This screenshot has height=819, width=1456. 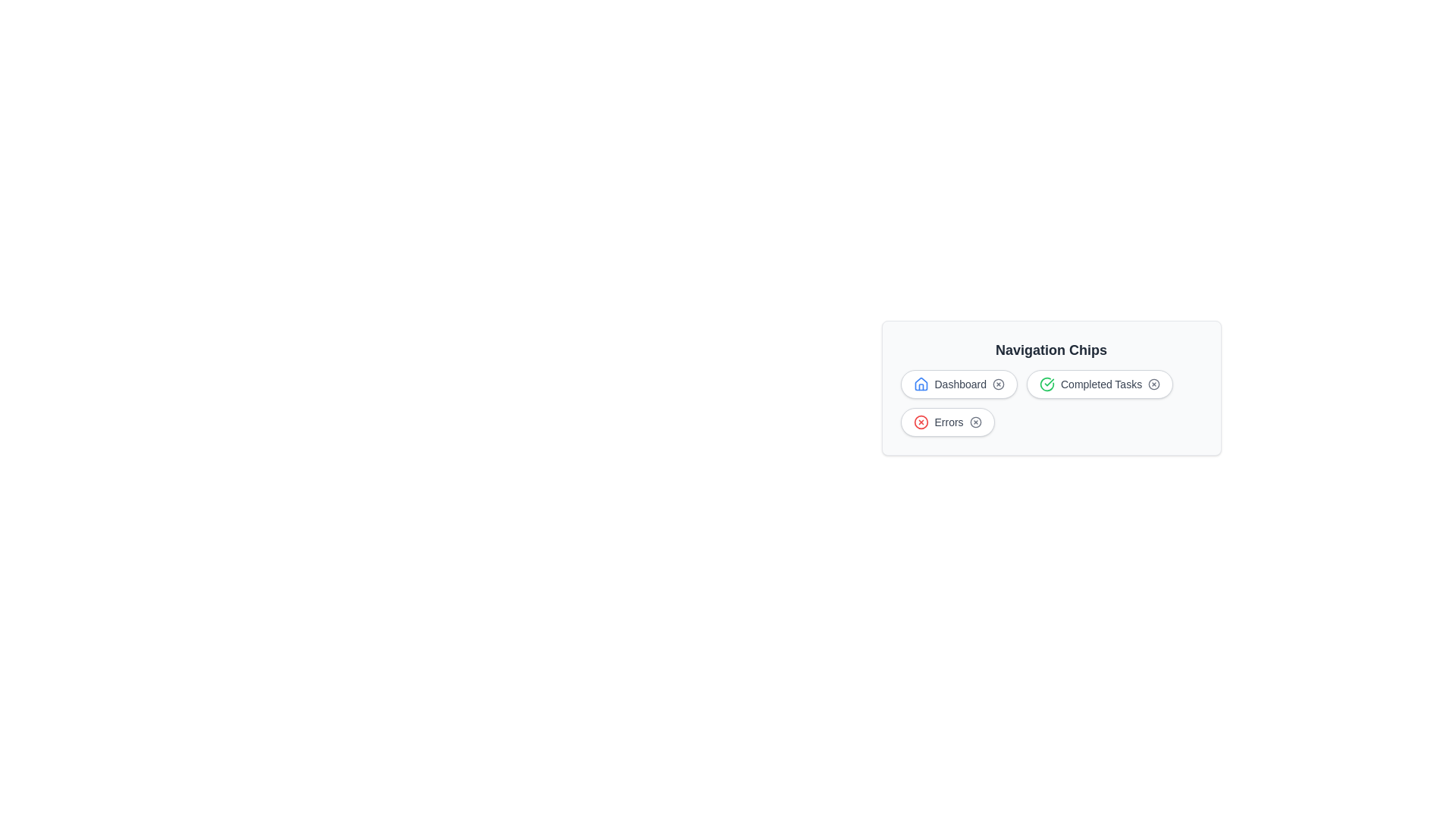 What do you see at coordinates (975, 422) in the screenshot?
I see `close button of the chip labeled Errors` at bounding box center [975, 422].